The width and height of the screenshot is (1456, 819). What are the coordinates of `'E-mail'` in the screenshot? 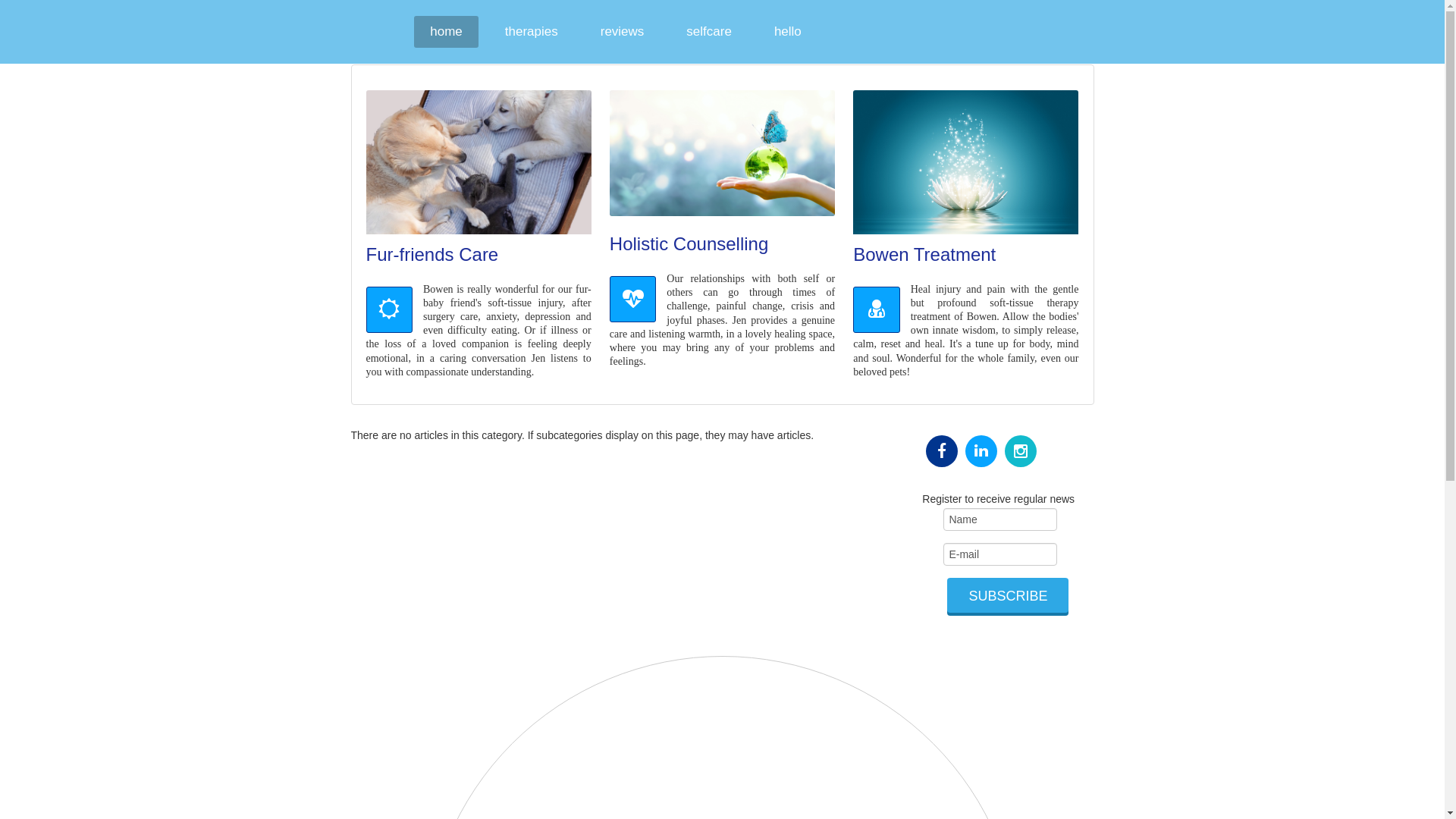 It's located at (1000, 554).